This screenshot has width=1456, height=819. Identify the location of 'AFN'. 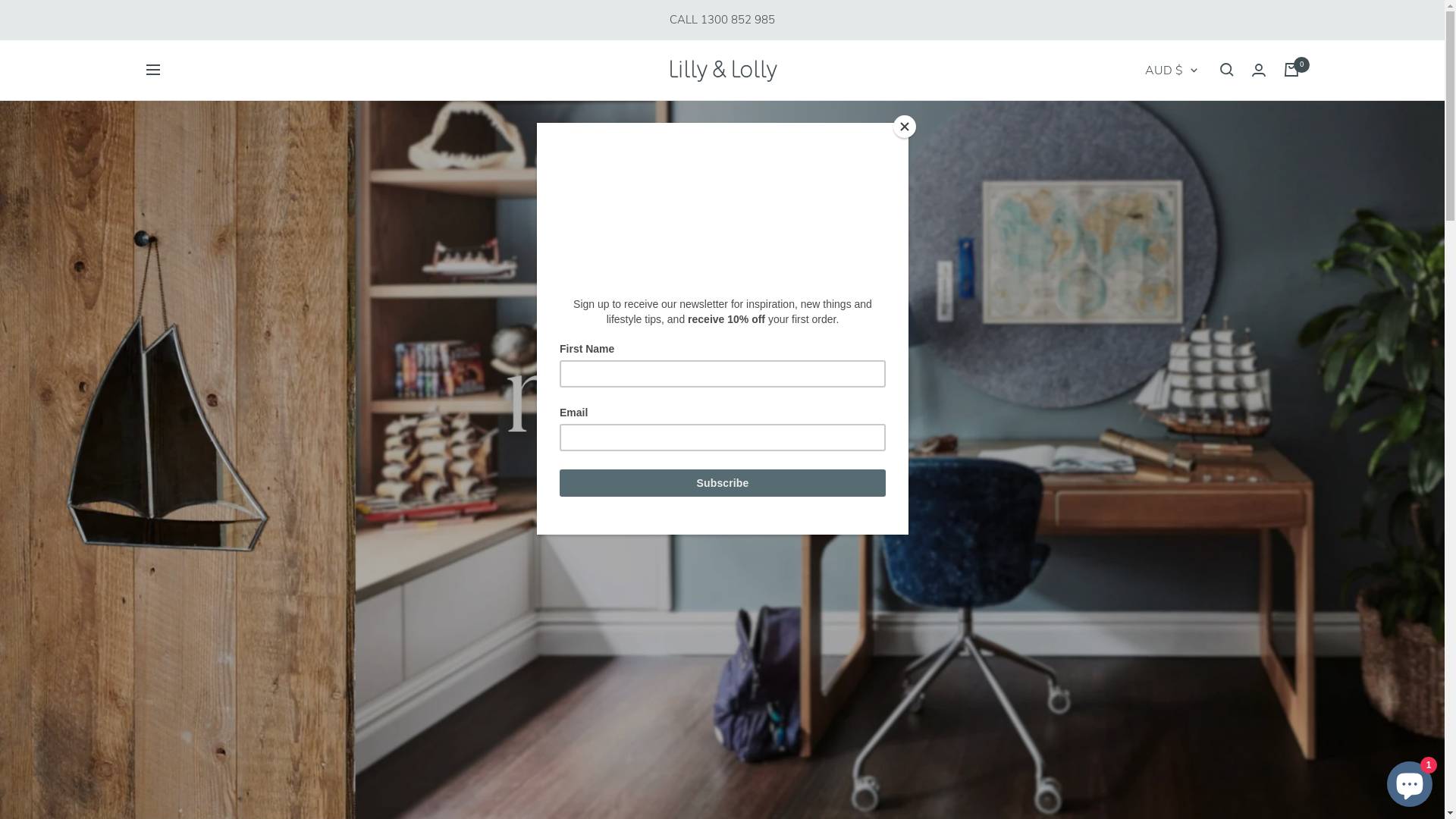
(1153, 152).